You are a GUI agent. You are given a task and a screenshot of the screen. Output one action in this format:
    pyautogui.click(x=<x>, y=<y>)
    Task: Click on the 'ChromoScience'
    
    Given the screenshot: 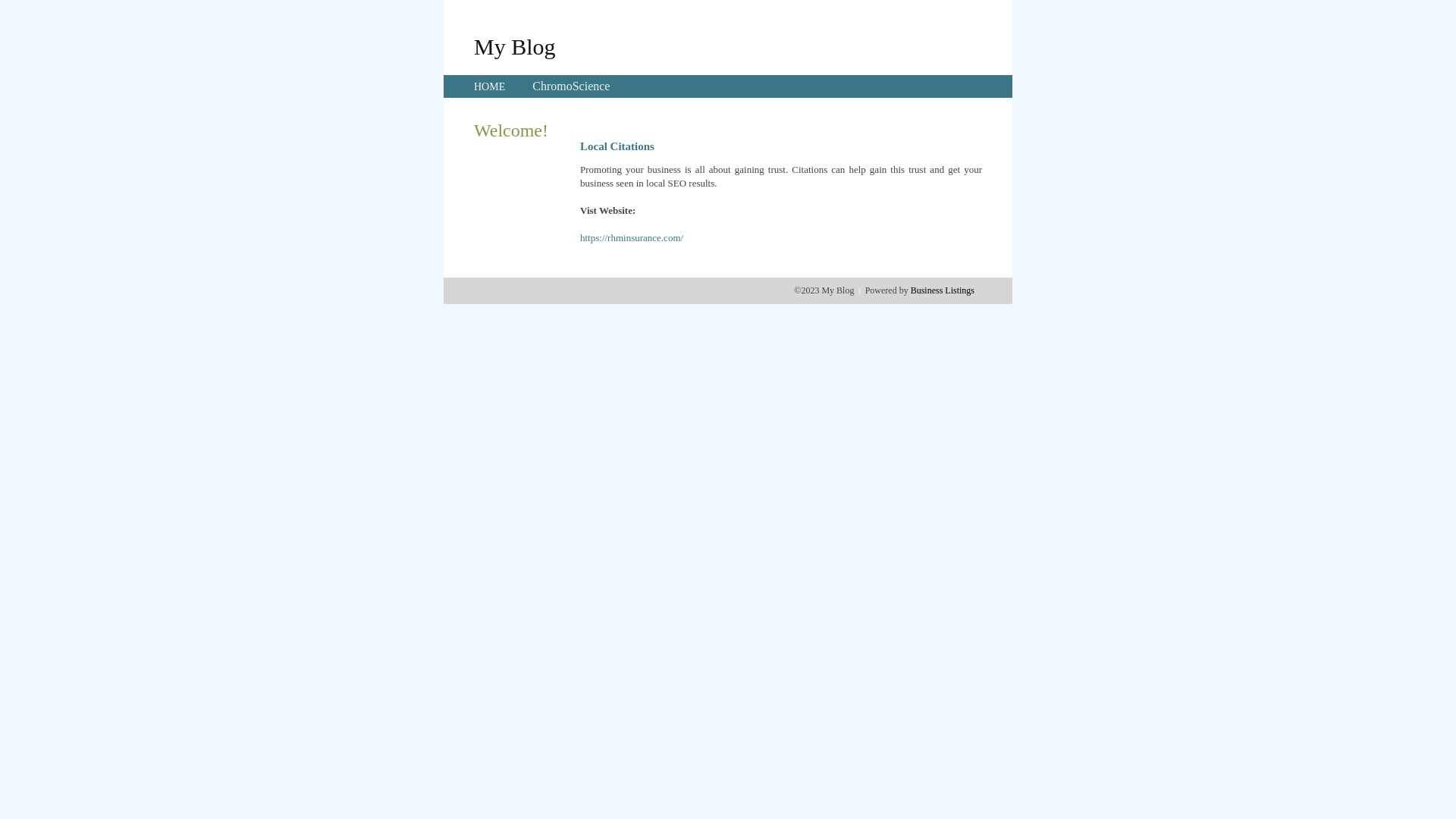 What is the action you would take?
    pyautogui.click(x=570, y=86)
    